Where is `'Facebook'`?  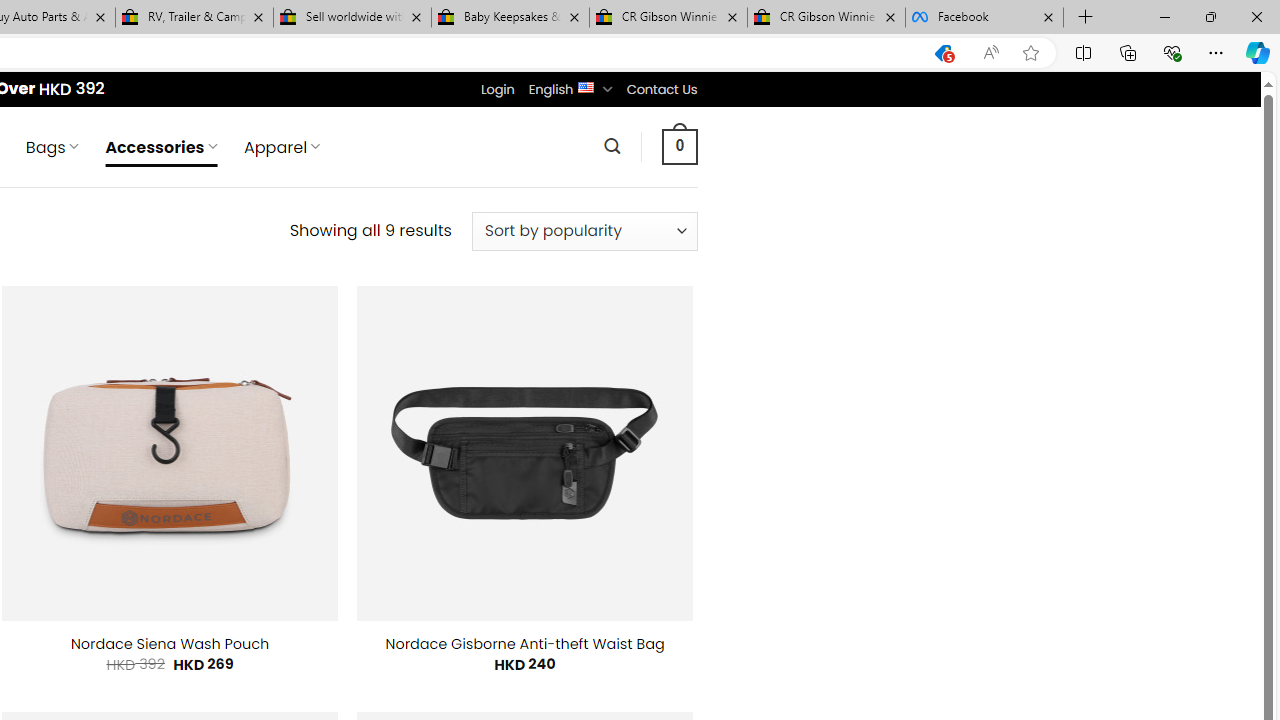 'Facebook' is located at coordinates (984, 17).